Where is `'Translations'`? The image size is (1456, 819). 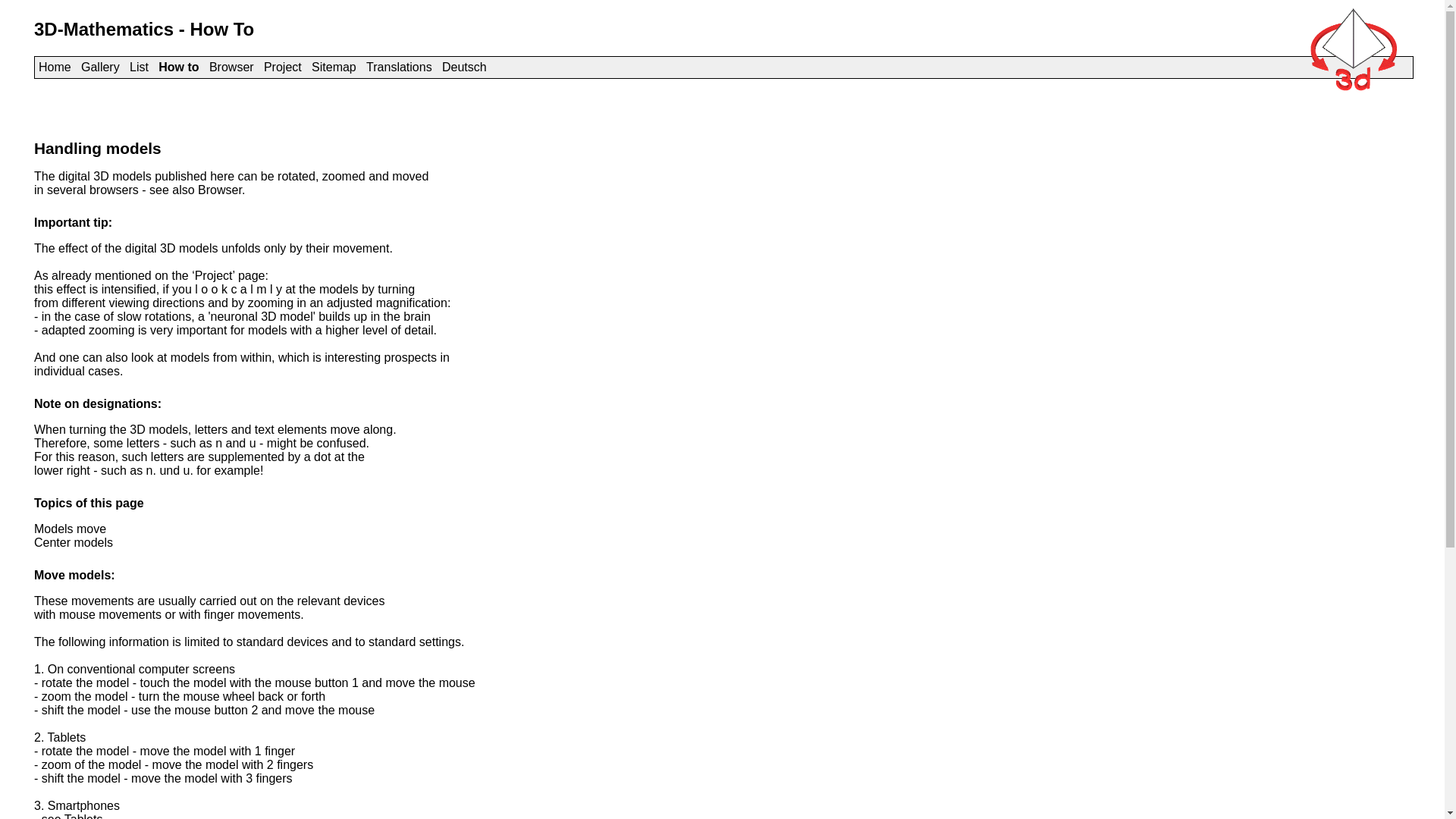 'Translations' is located at coordinates (399, 66).